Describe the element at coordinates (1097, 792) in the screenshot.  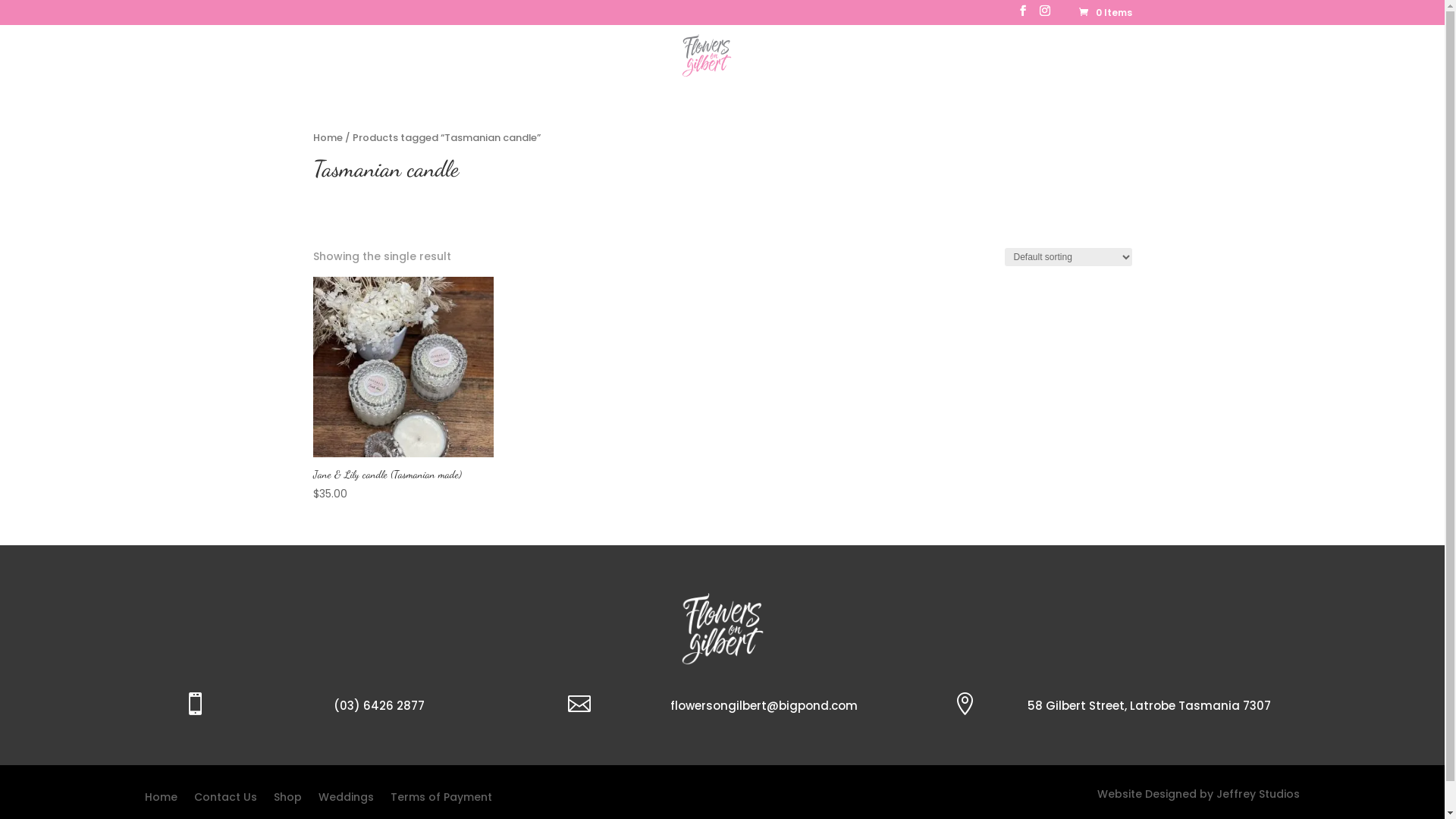
I see `'Website Designed by Jeffrey Studios'` at that location.